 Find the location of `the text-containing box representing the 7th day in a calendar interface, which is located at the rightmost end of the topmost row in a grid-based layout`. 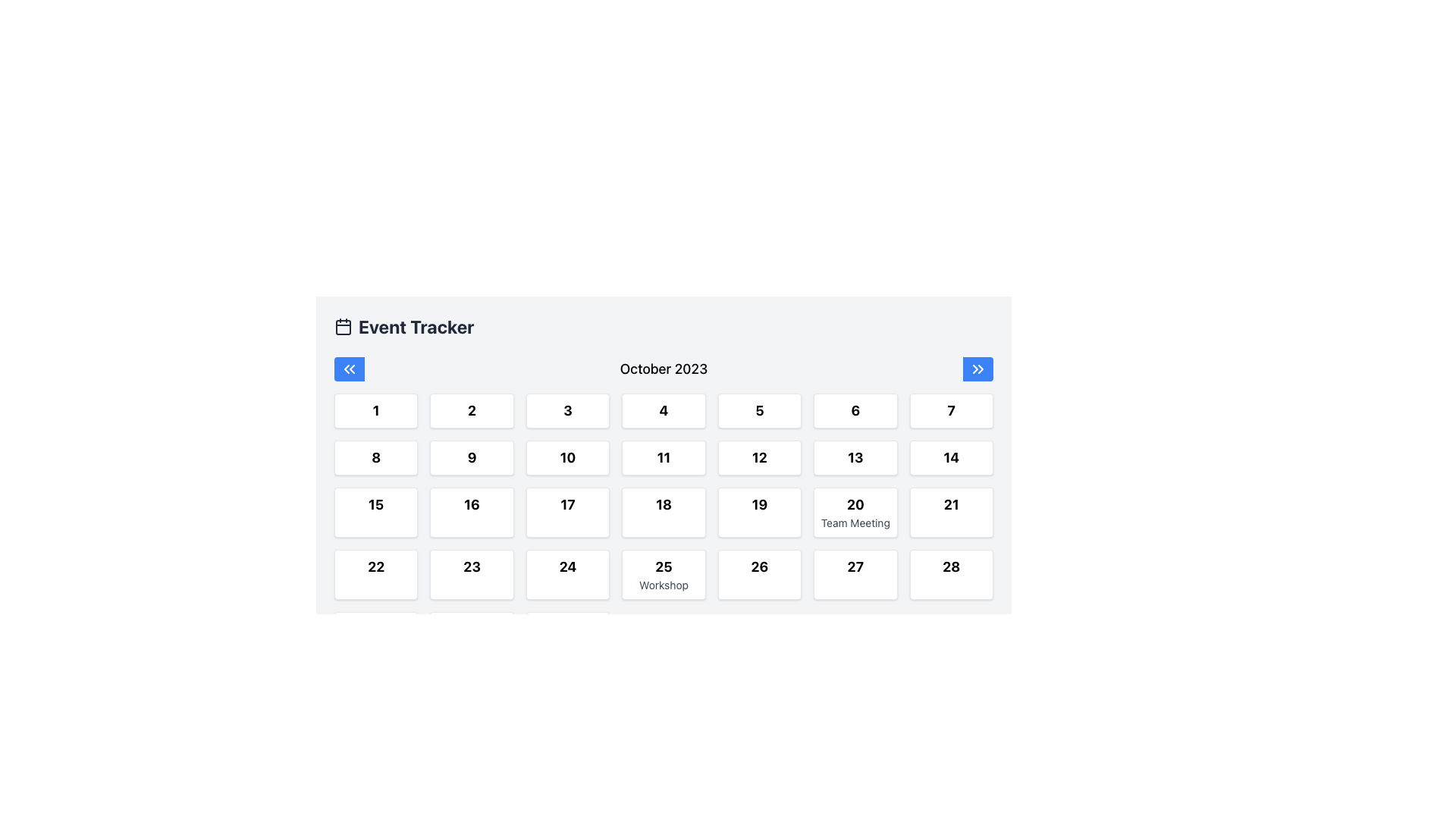

the text-containing box representing the 7th day in a calendar interface, which is located at the rightmost end of the topmost row in a grid-based layout is located at coordinates (950, 411).